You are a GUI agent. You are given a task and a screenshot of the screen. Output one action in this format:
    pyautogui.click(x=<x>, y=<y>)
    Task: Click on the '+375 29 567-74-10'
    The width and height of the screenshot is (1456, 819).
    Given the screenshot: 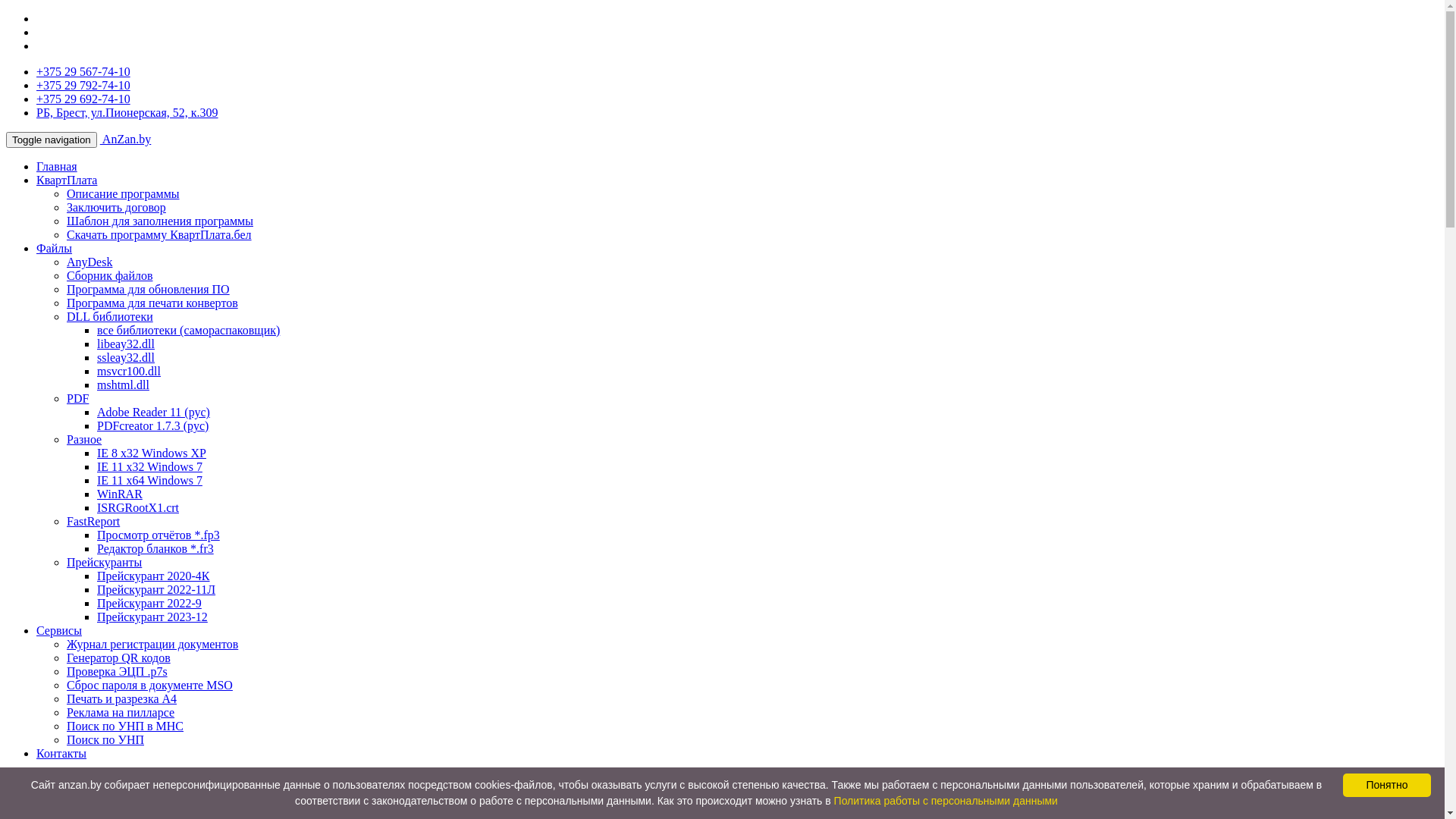 What is the action you would take?
    pyautogui.click(x=83, y=71)
    